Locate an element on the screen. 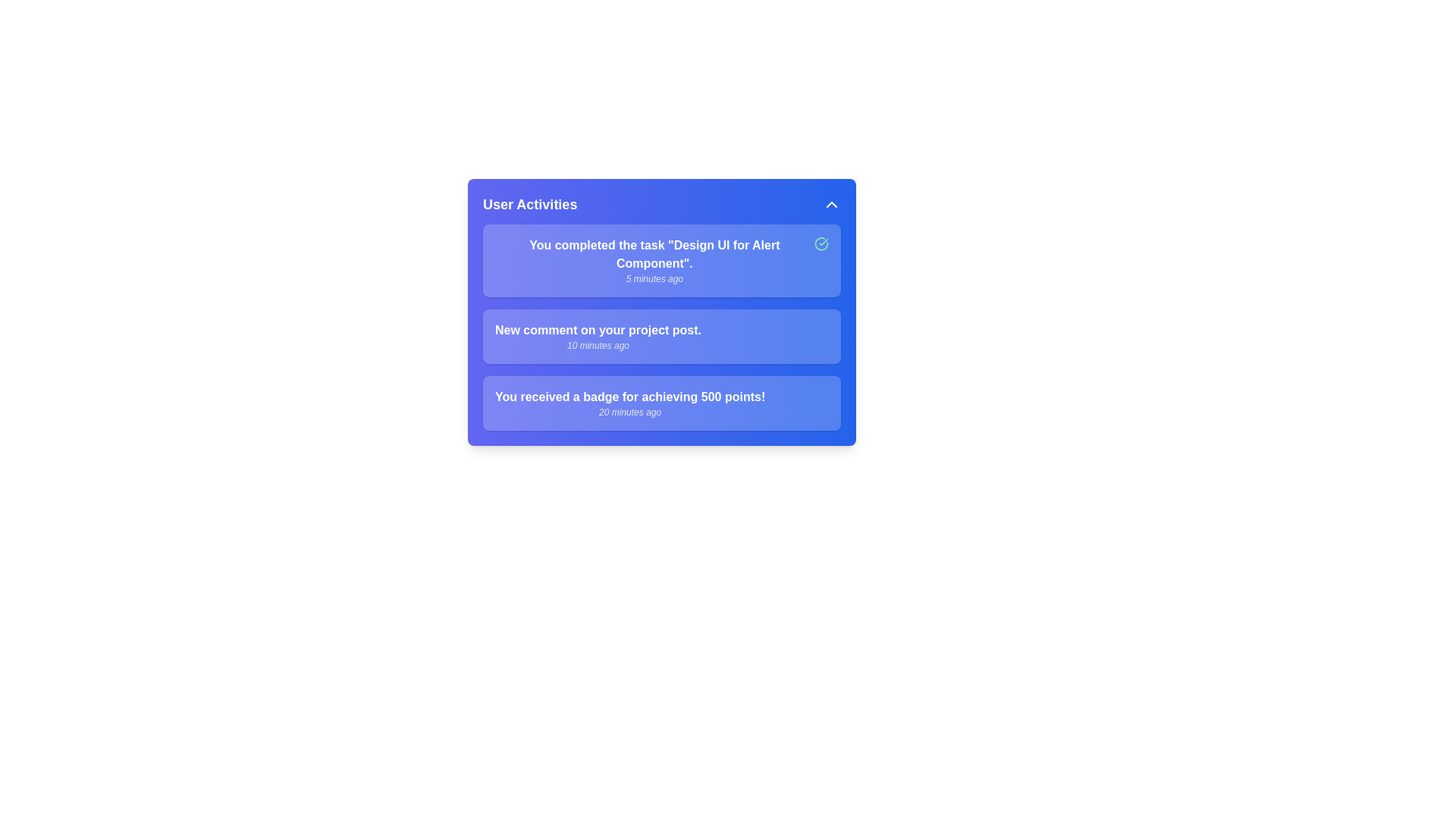  the second informational card within the 'User Activities' section, which is styled with a gradient background and contains a title and timestamp is located at coordinates (662, 327).